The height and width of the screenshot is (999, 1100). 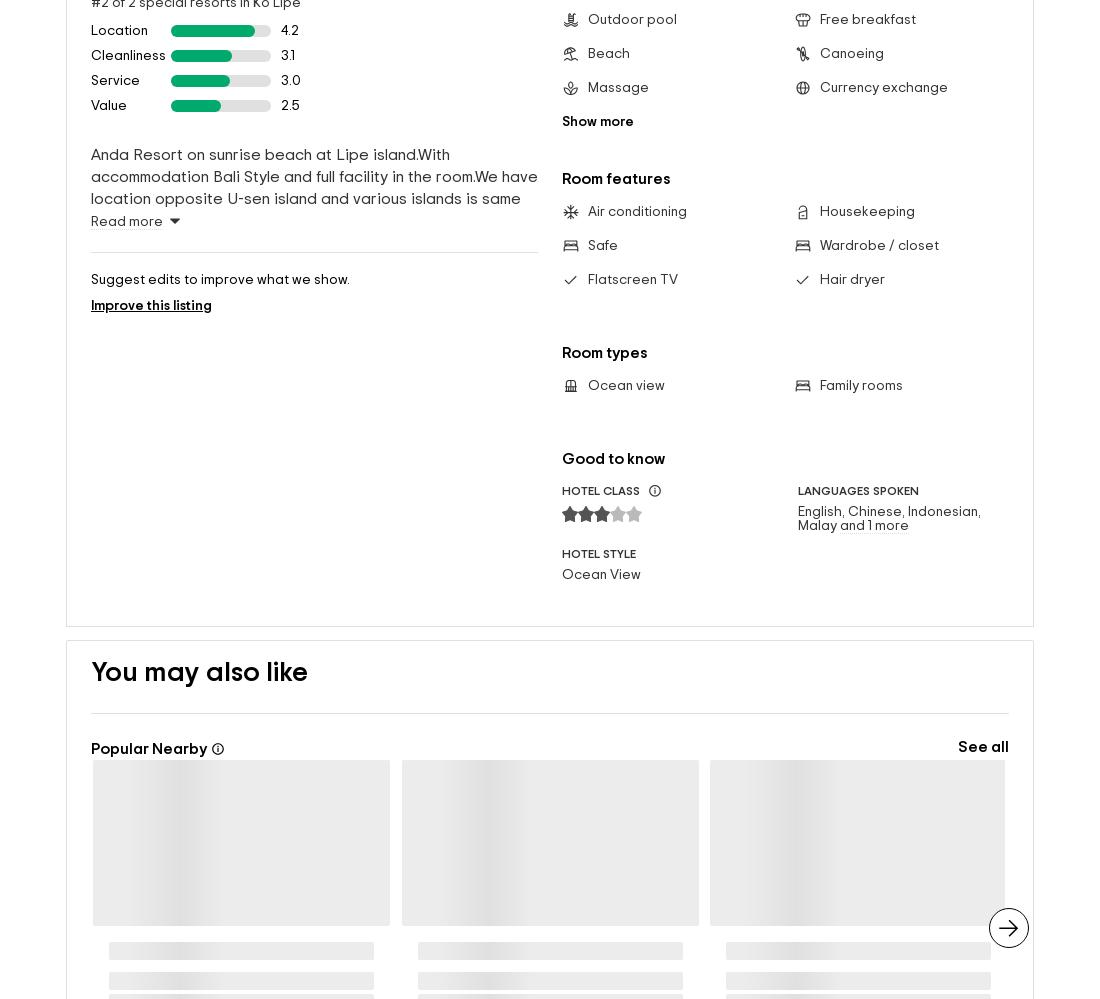 What do you see at coordinates (128, 22) in the screenshot?
I see `'Cleanliness'` at bounding box center [128, 22].